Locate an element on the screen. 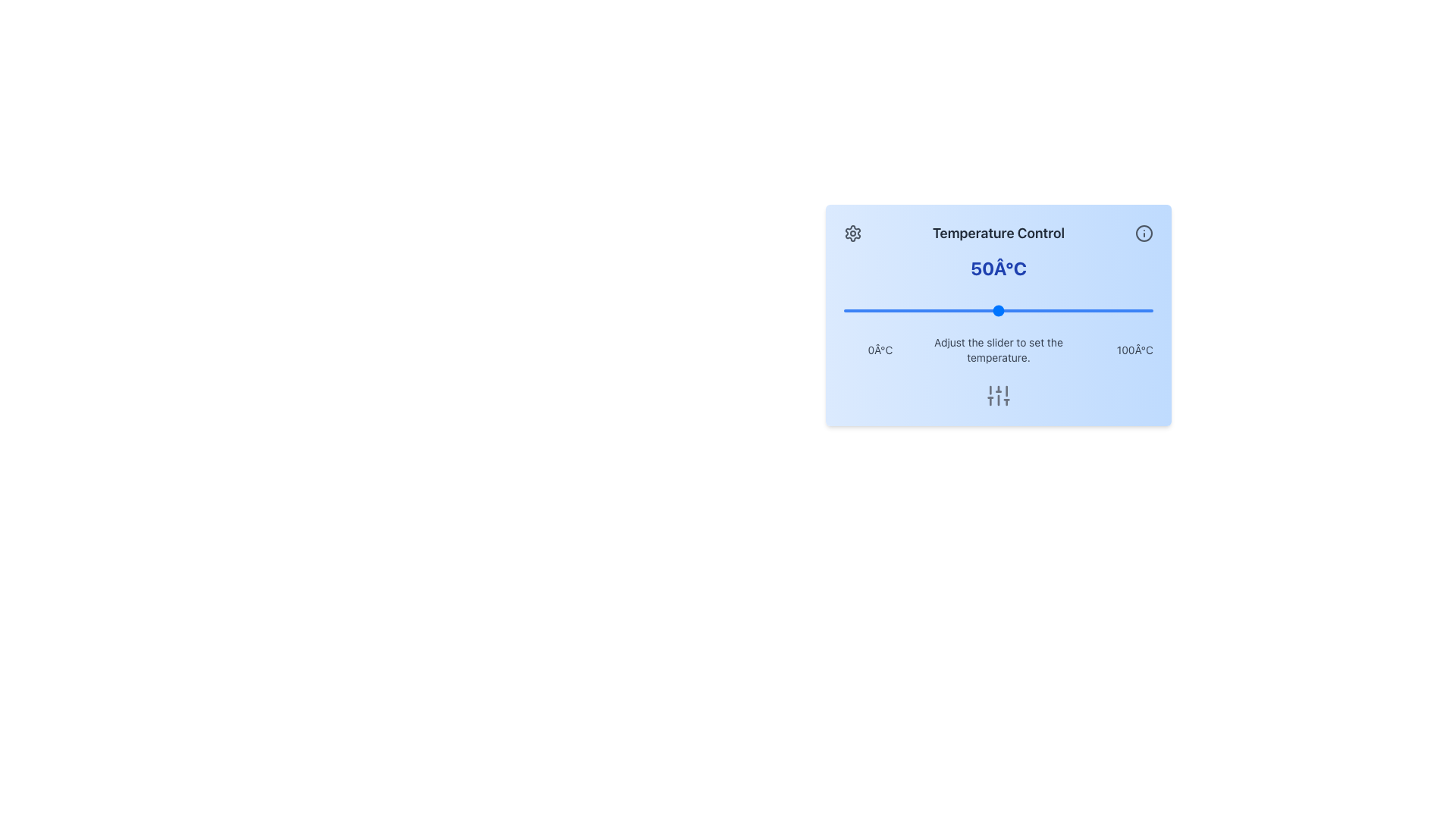 The height and width of the screenshot is (819, 1456). the Text Display element that shows '50Â°C' in a bold, blue font within a light blue card interface is located at coordinates (998, 268).